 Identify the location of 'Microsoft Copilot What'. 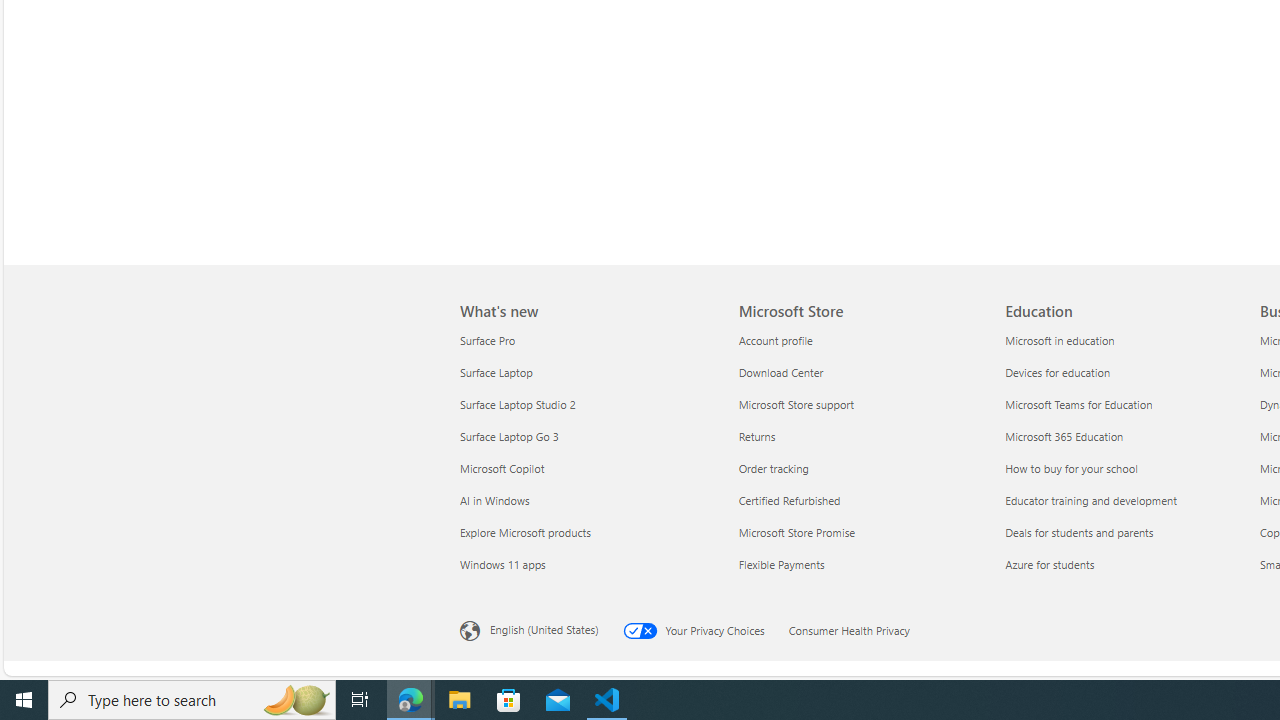
(502, 468).